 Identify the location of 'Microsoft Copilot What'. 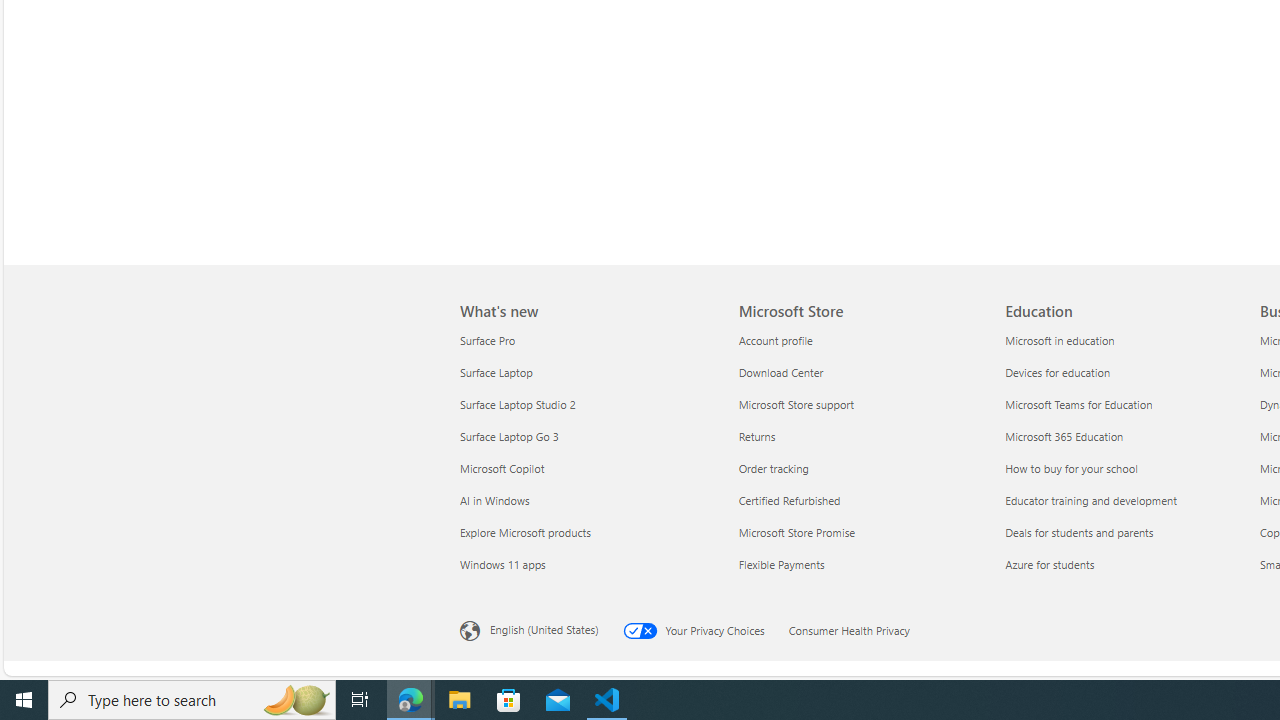
(502, 468).